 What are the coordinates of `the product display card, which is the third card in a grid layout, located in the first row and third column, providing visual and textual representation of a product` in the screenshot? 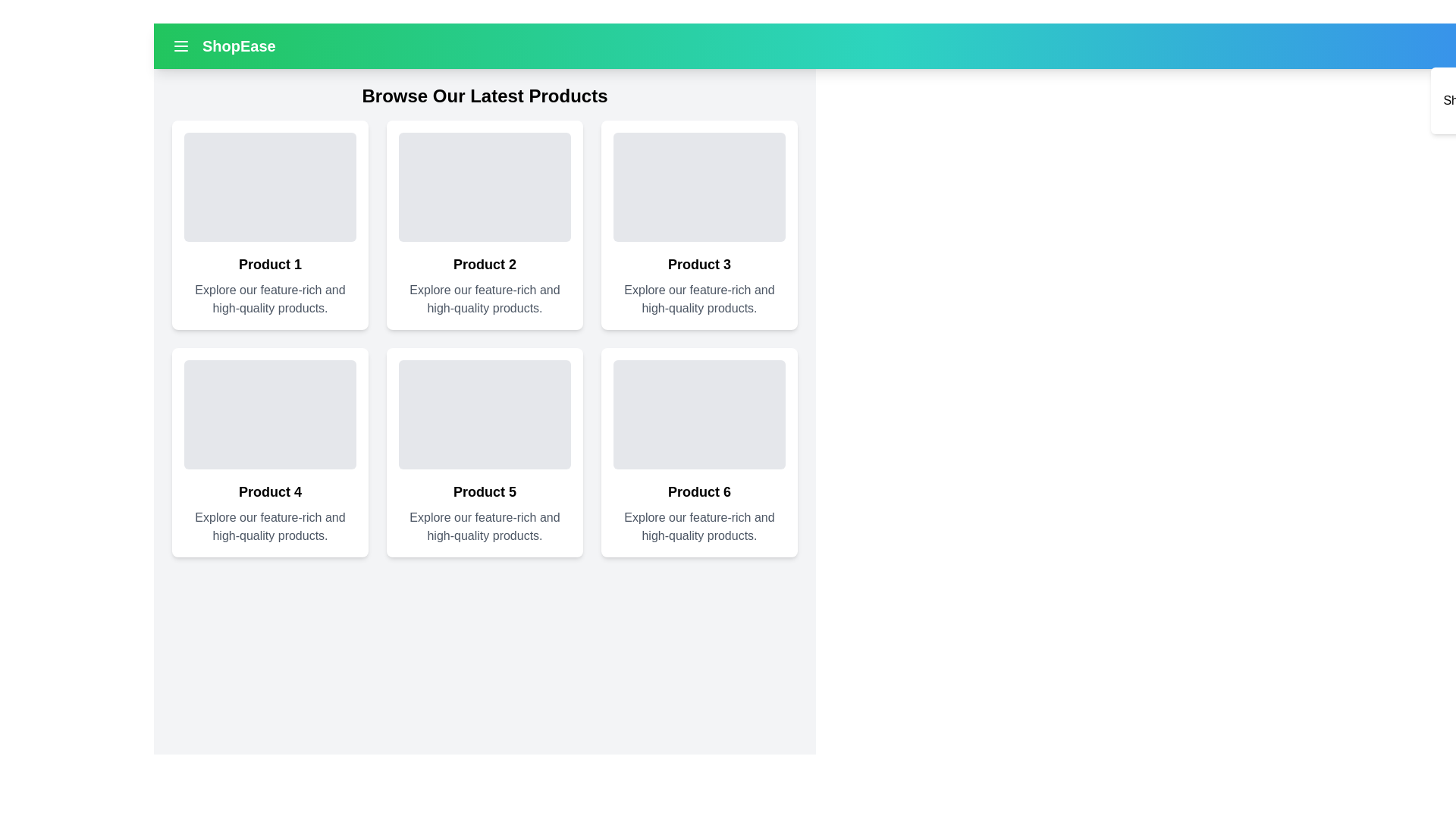 It's located at (698, 225).